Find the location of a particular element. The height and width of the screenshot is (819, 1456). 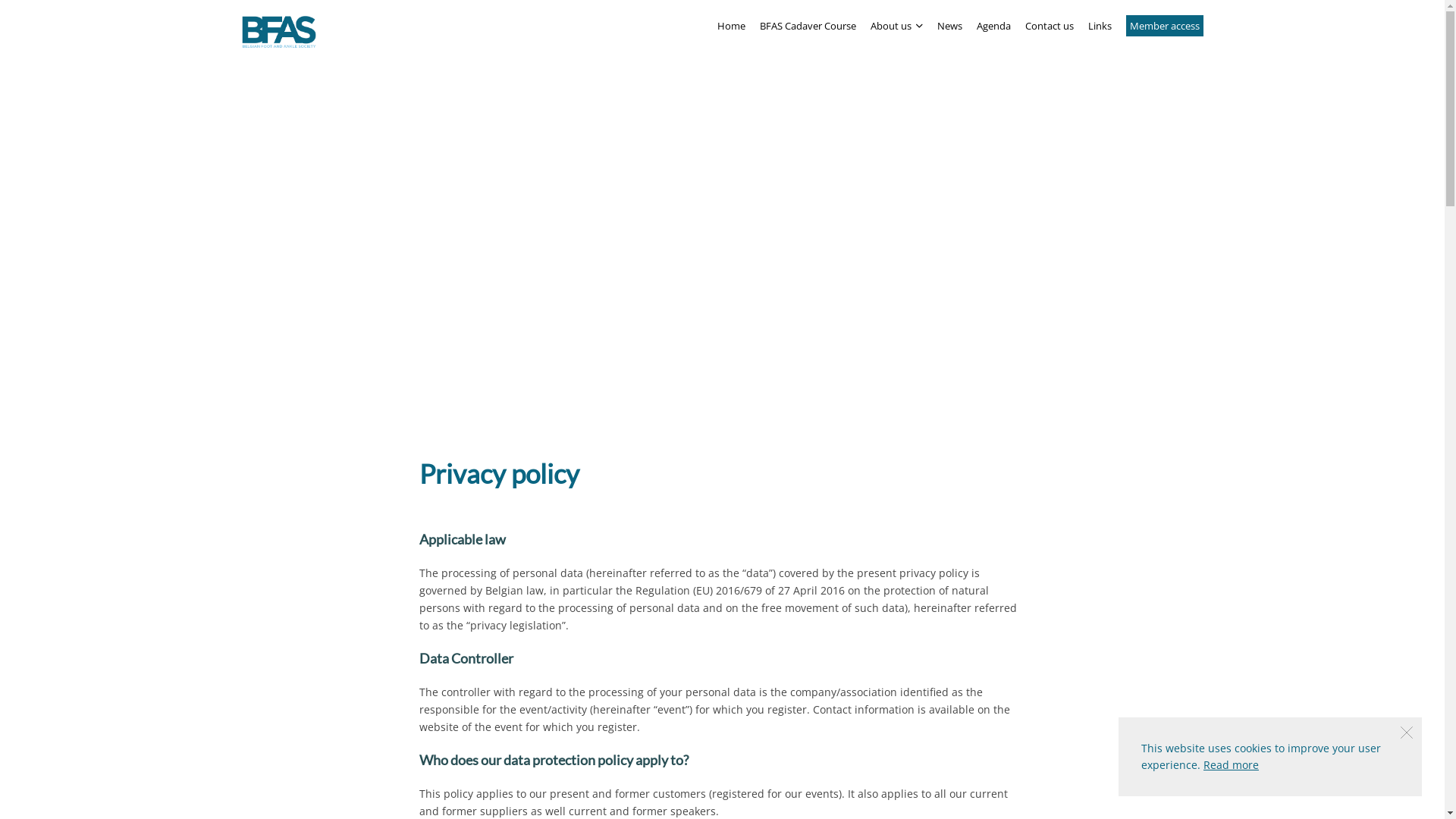

'Agenda' is located at coordinates (993, 26).